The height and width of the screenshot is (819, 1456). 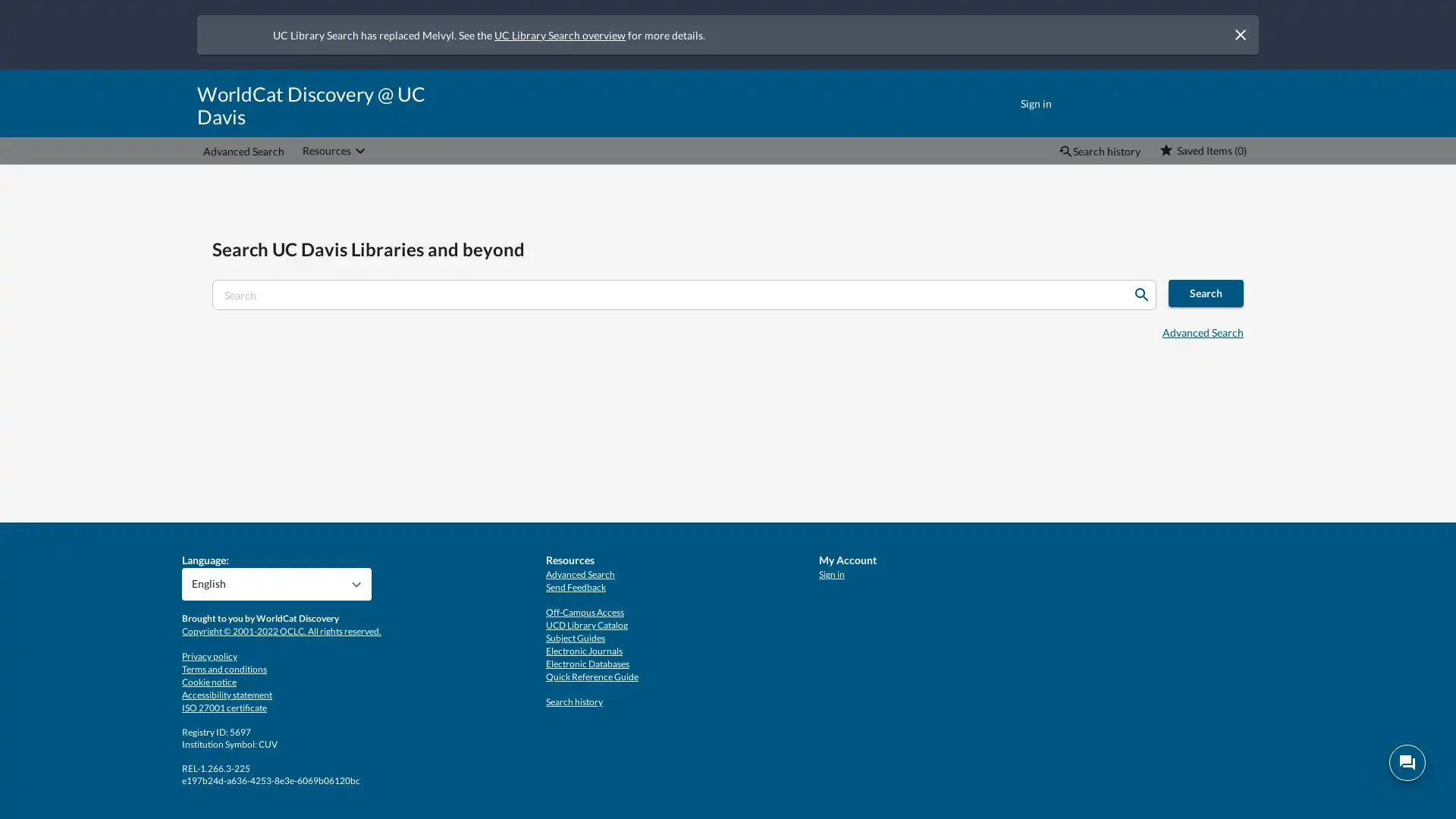 What do you see at coordinates (1407, 763) in the screenshot?
I see `Chat with Librarian` at bounding box center [1407, 763].